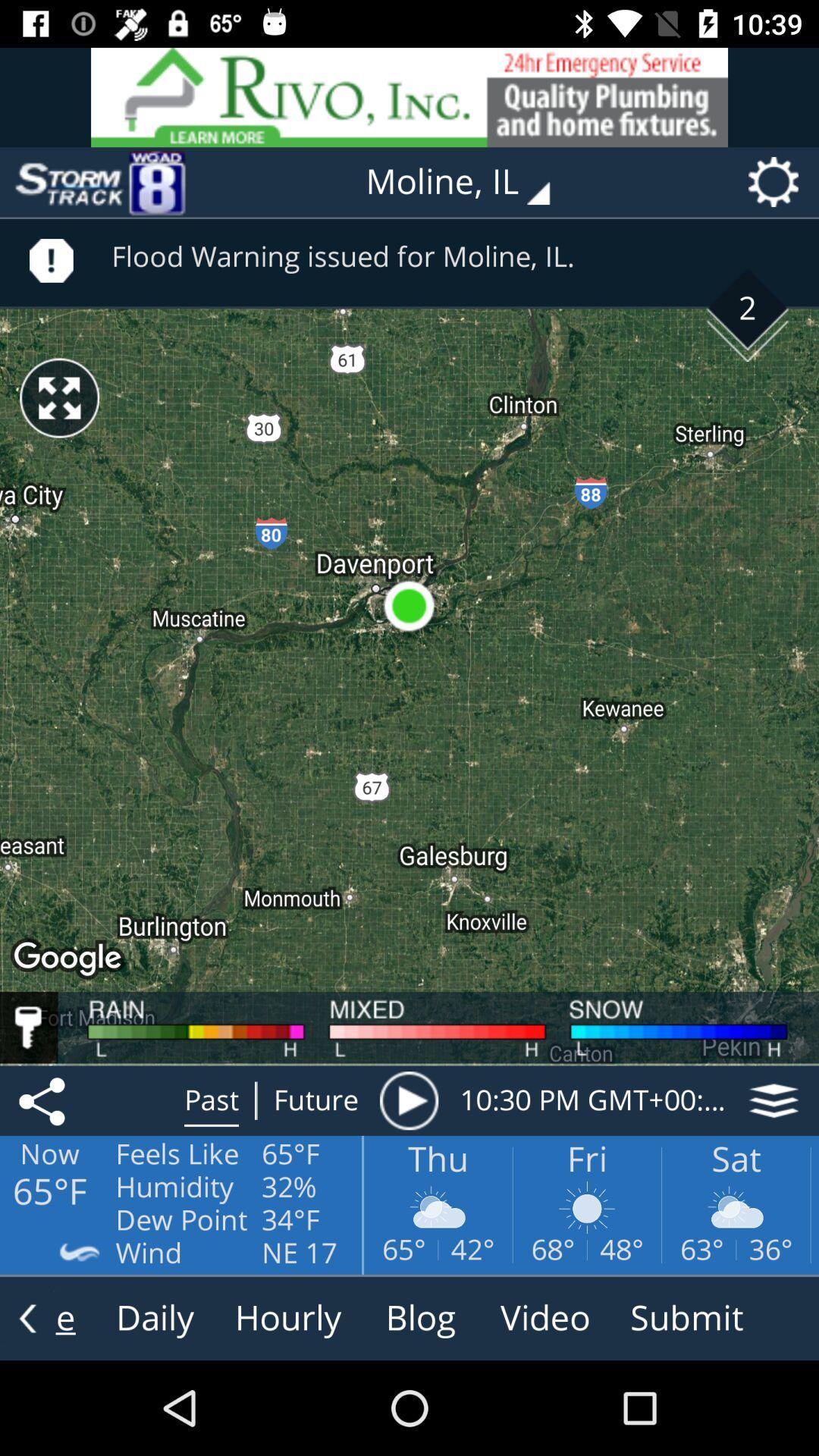 The width and height of the screenshot is (819, 1456). Describe the element at coordinates (44, 1100) in the screenshot. I see `the share icon` at that location.